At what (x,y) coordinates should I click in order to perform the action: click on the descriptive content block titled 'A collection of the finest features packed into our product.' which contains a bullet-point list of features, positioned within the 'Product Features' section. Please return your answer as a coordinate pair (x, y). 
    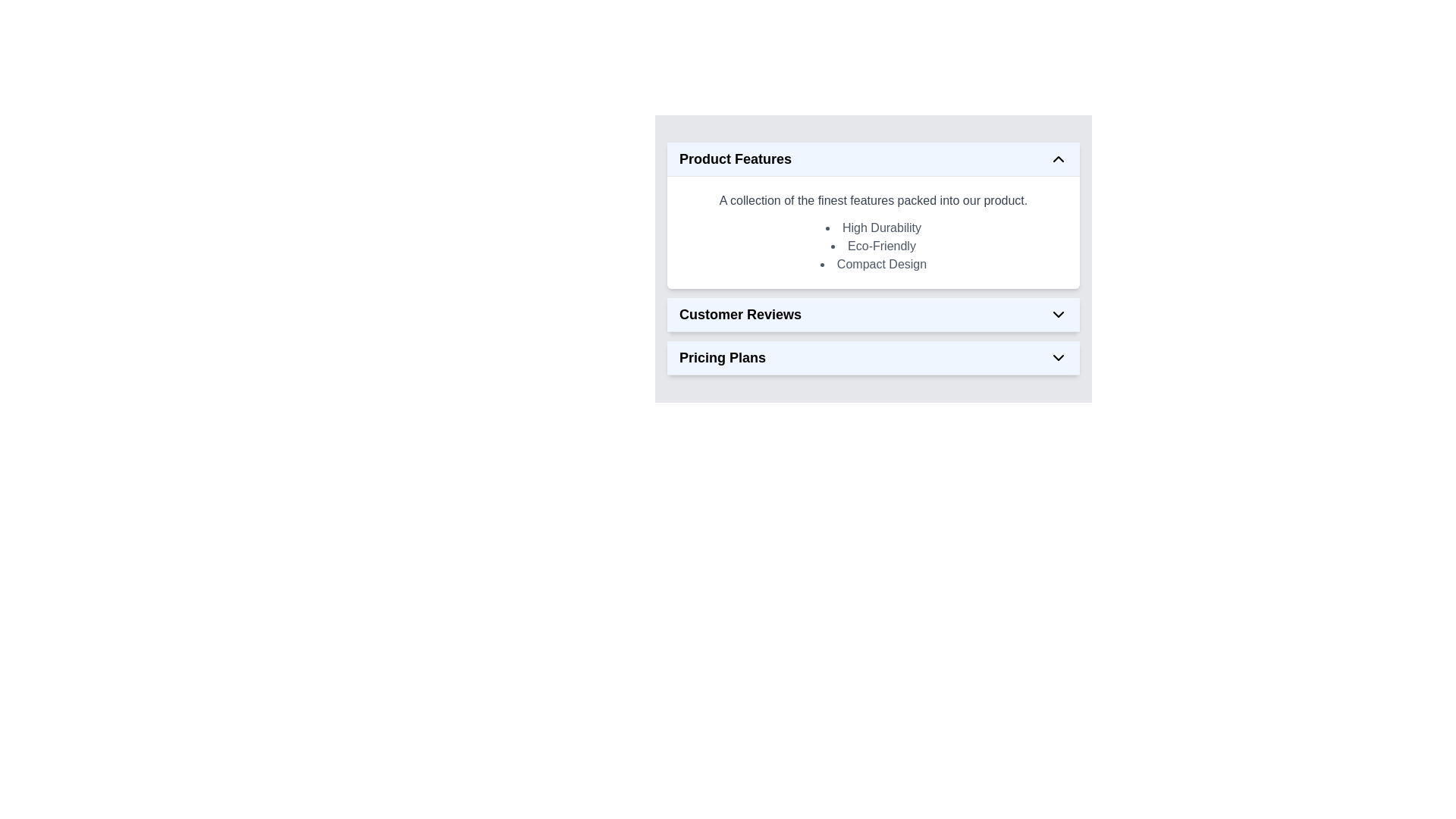
    Looking at the image, I should click on (874, 233).